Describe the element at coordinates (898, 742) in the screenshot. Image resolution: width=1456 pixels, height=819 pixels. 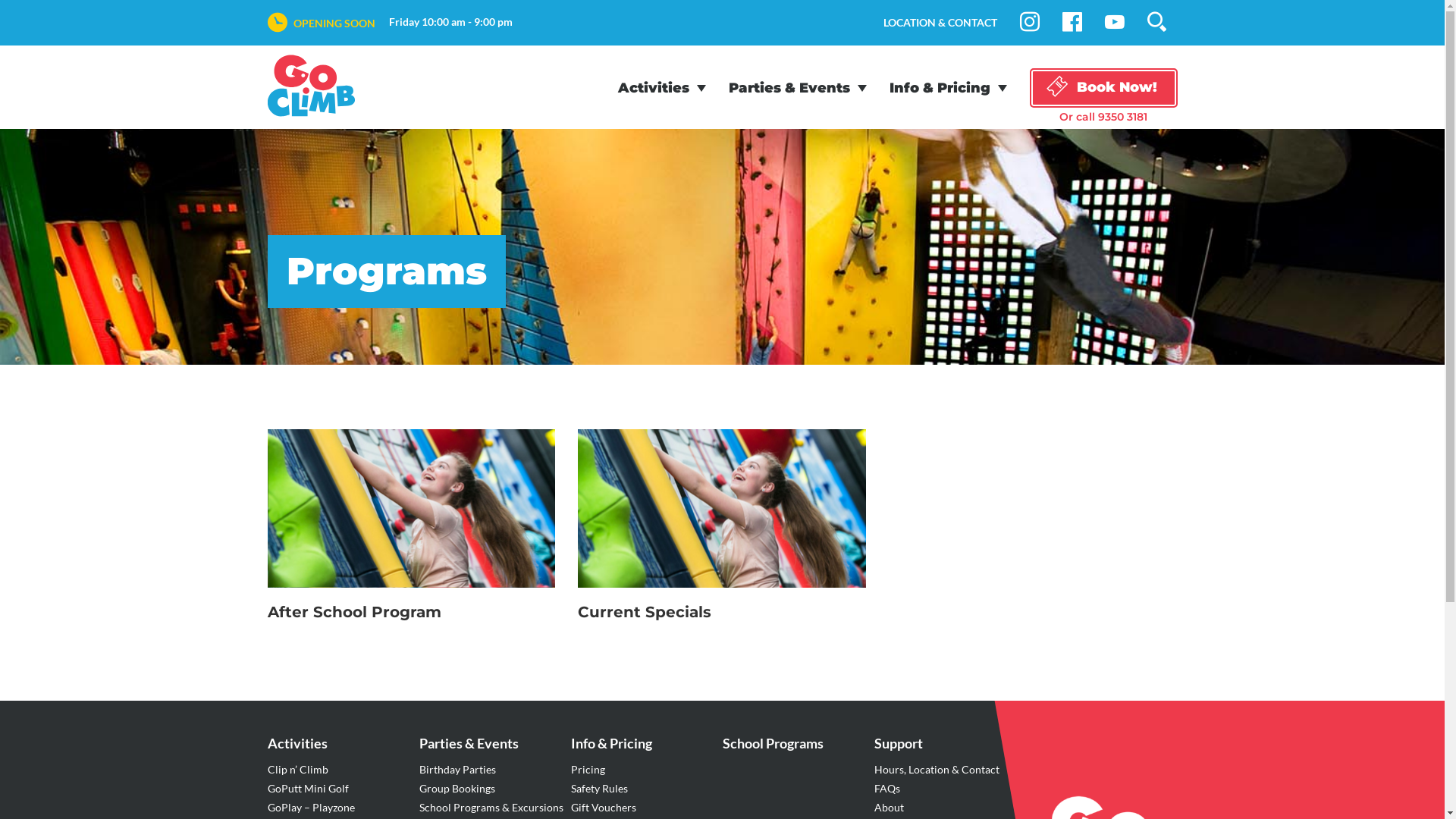
I see `'Support'` at that location.